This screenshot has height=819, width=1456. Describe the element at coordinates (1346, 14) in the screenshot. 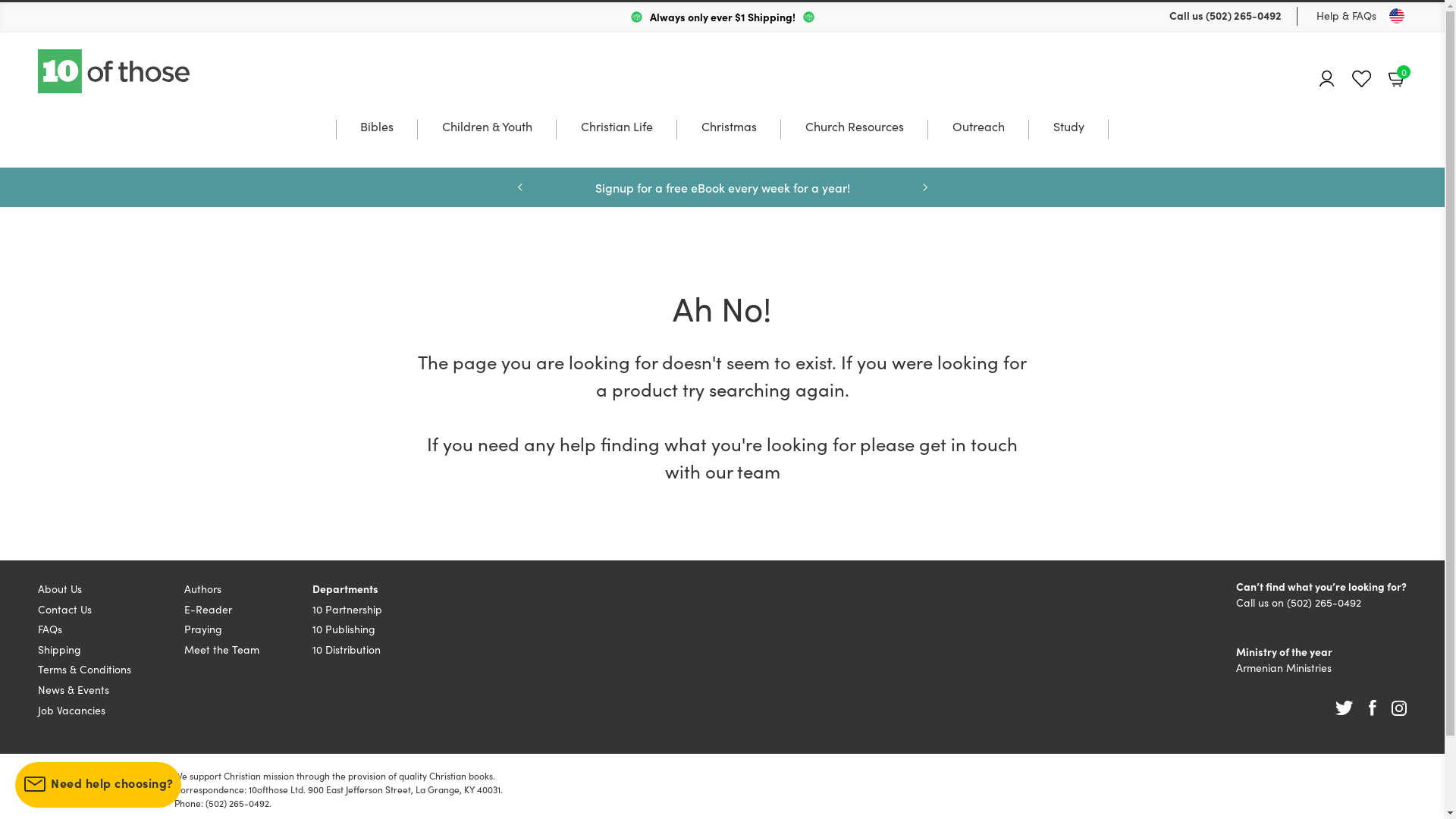

I see `'Help & FAQs'` at that location.